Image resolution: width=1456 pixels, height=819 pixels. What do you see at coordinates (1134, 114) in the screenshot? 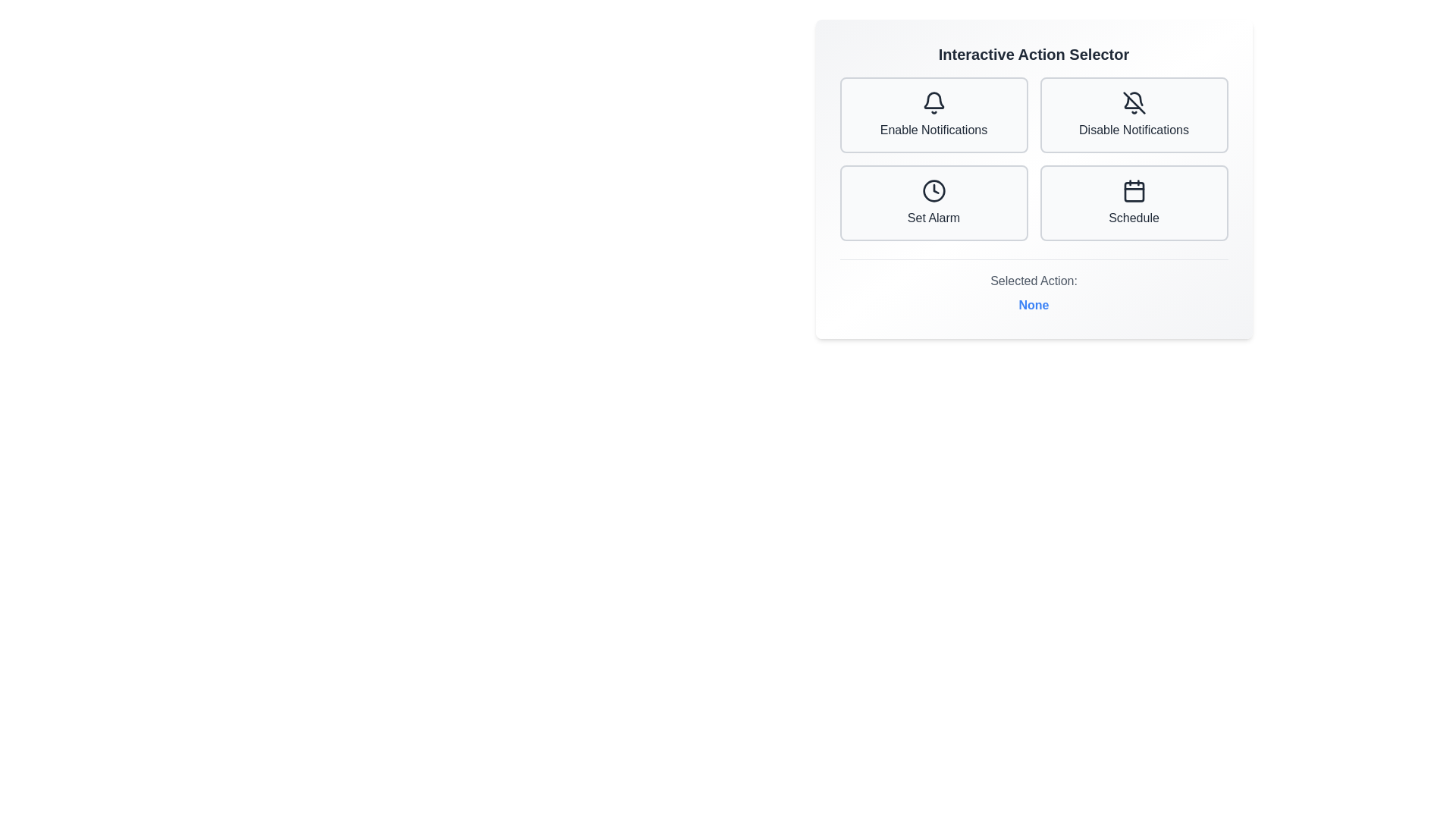
I see `the button corresponding to Disable Notifications` at bounding box center [1134, 114].